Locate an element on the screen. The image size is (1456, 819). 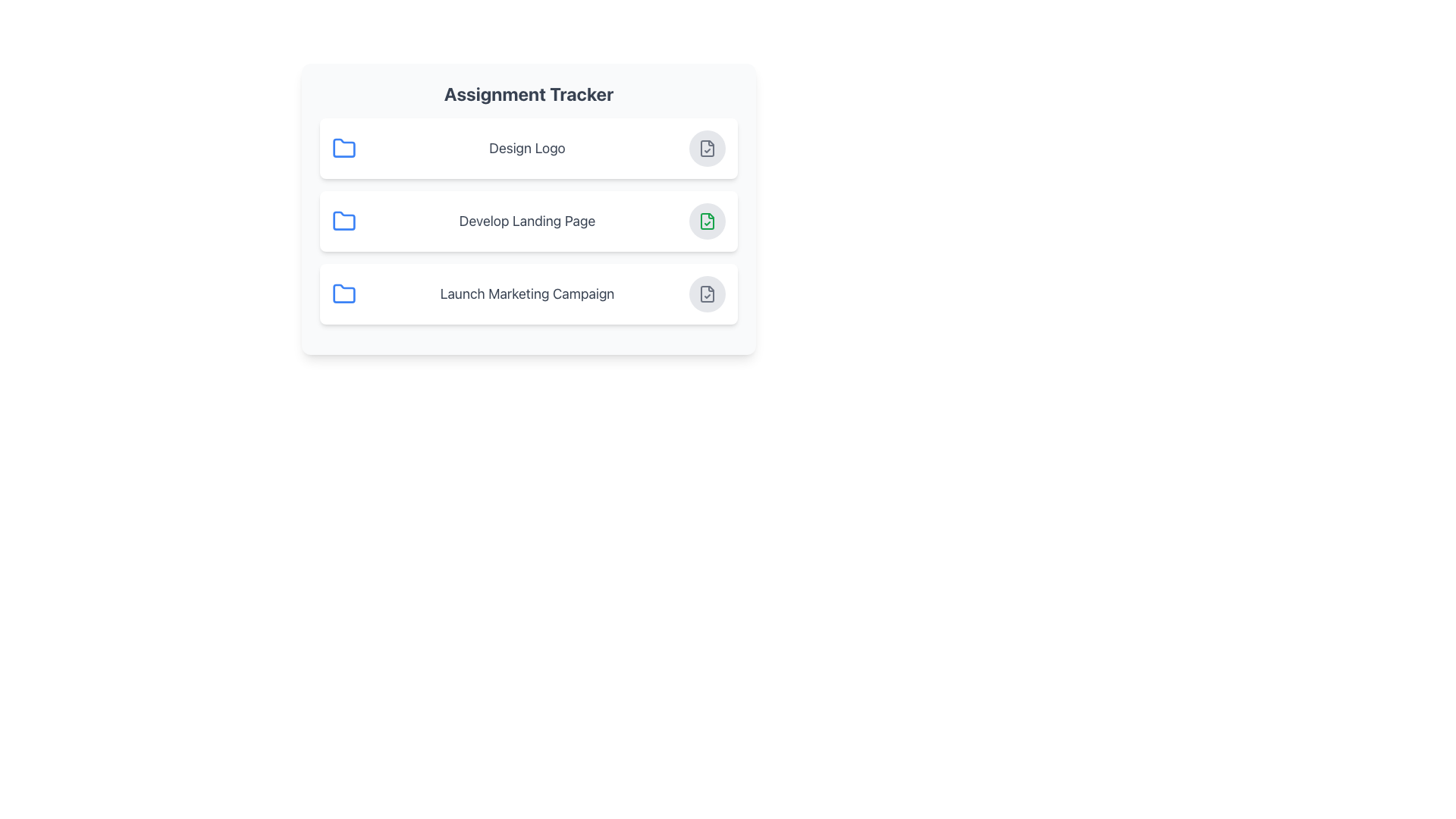
the 'Design Logo' text label located in the center of the first row of task entries, which is positioned between a blue folder icon and an interactive button is located at coordinates (527, 149).